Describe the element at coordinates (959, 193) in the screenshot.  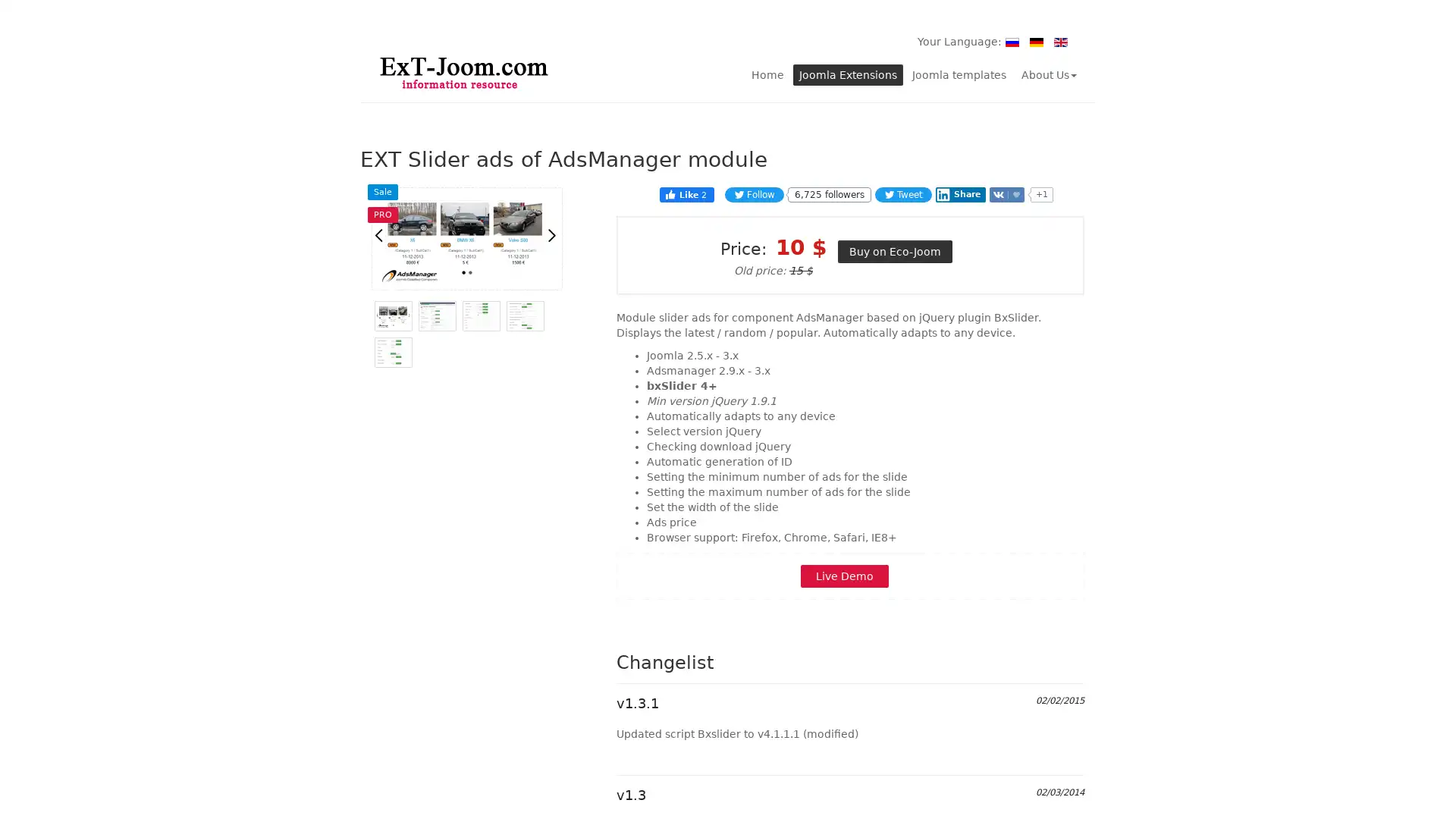
I see `Share` at that location.